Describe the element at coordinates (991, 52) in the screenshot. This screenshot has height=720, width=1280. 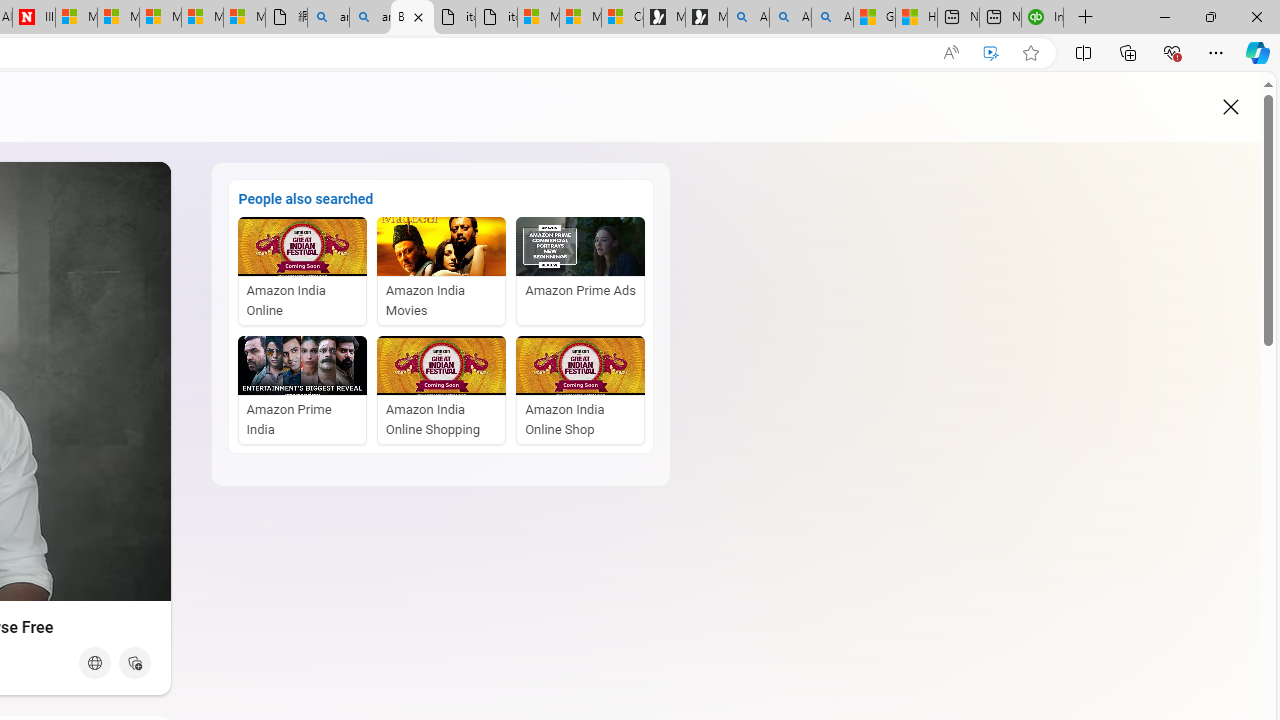
I see `'Enhance video'` at that location.